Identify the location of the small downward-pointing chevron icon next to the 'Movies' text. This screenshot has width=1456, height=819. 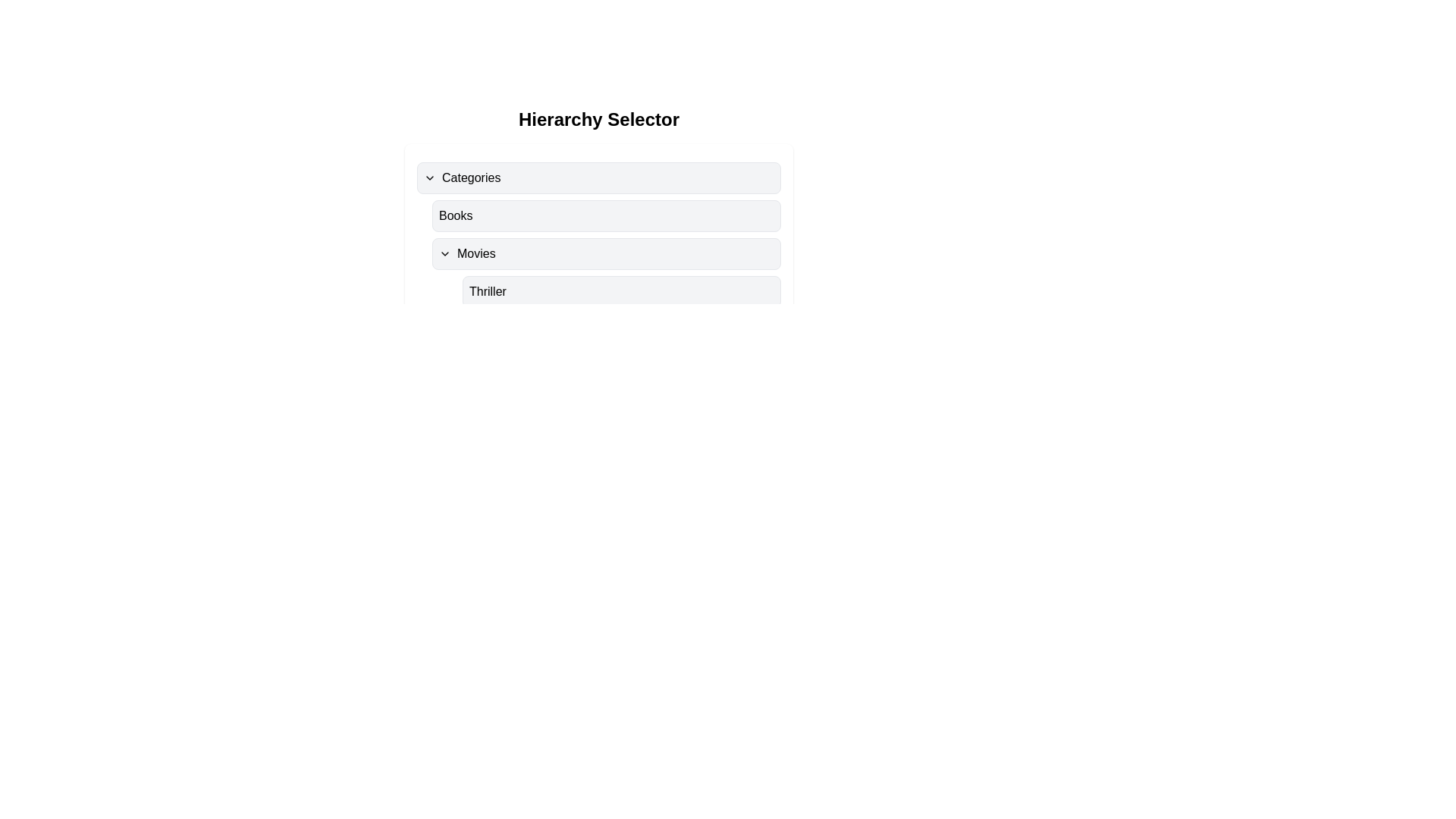
(444, 253).